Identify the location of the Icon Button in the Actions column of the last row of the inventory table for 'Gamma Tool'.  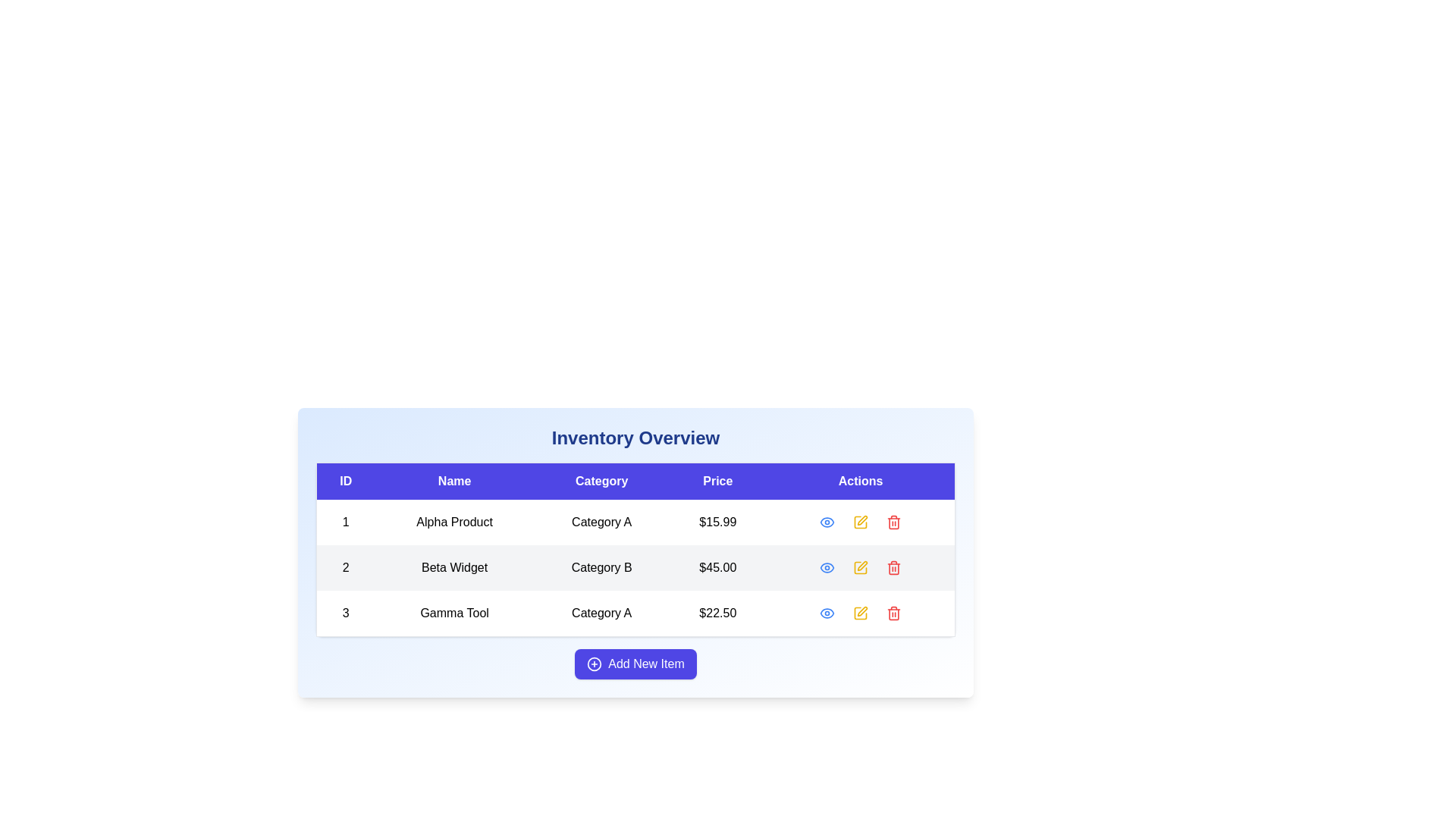
(826, 613).